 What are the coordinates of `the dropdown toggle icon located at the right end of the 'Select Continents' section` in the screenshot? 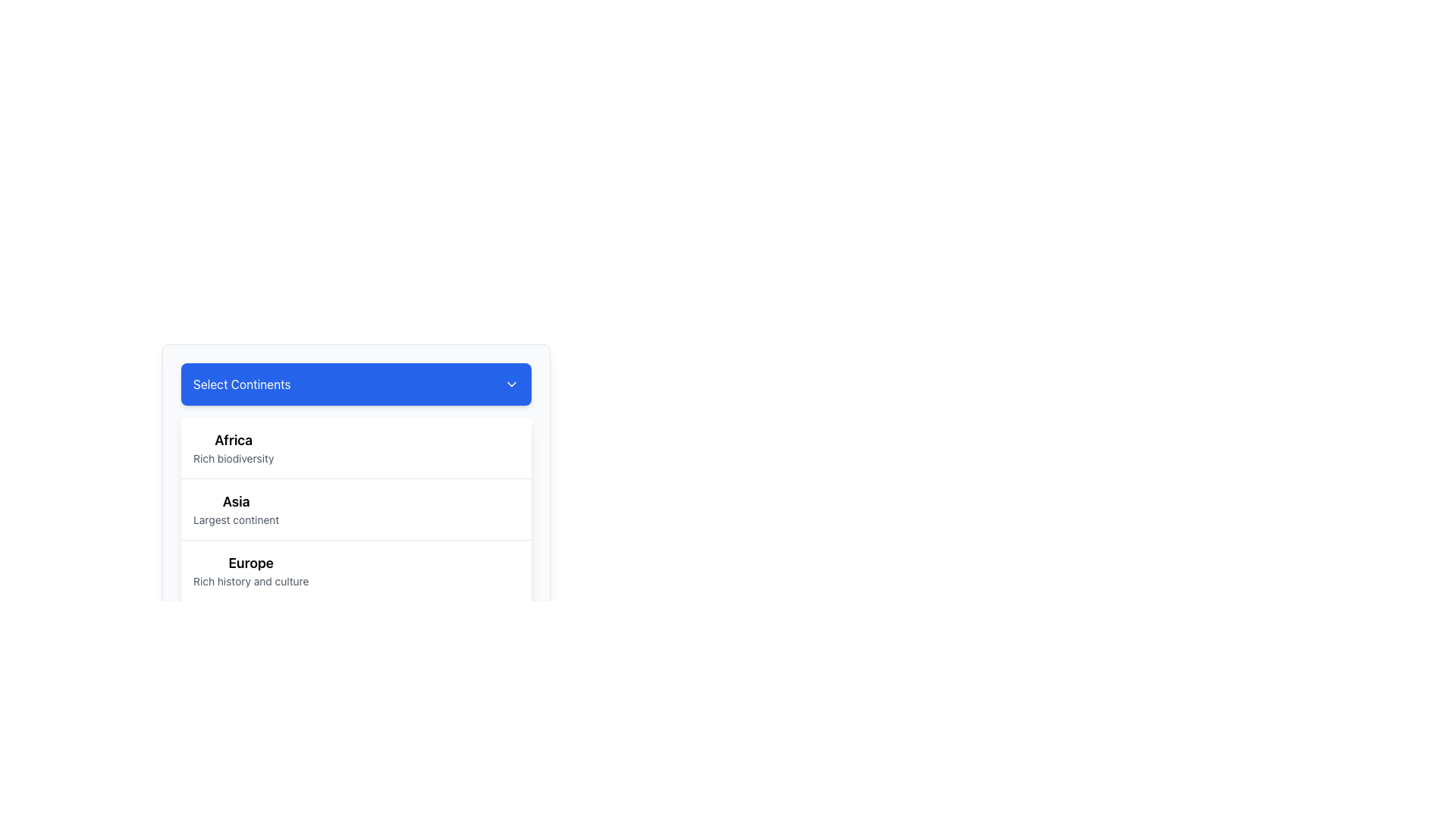 It's located at (512, 383).